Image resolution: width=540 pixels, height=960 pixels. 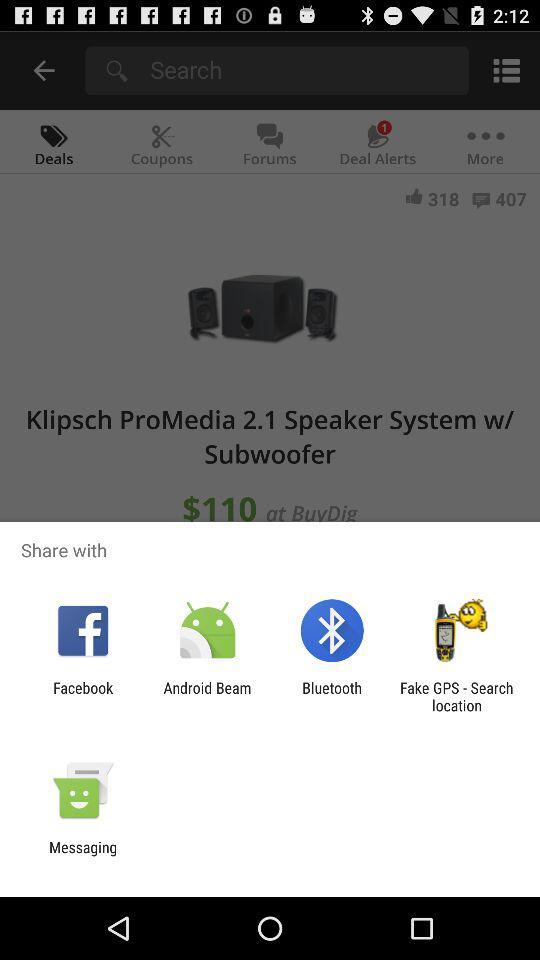 What do you see at coordinates (206, 696) in the screenshot?
I see `icon to the right of facebook app` at bounding box center [206, 696].